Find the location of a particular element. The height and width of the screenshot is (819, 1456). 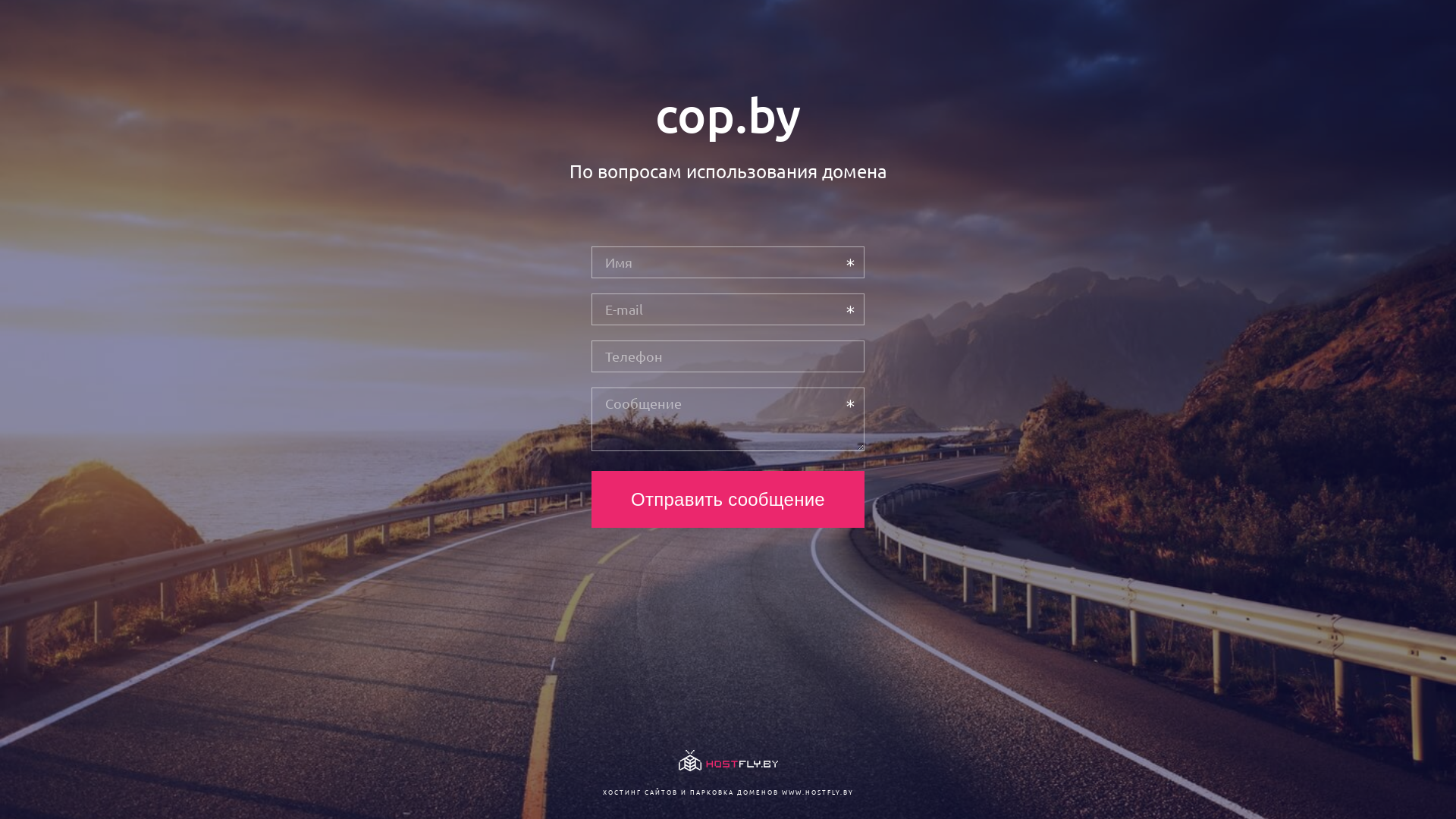

'WWW.HOSTFLY.BY' is located at coordinates (816, 791).